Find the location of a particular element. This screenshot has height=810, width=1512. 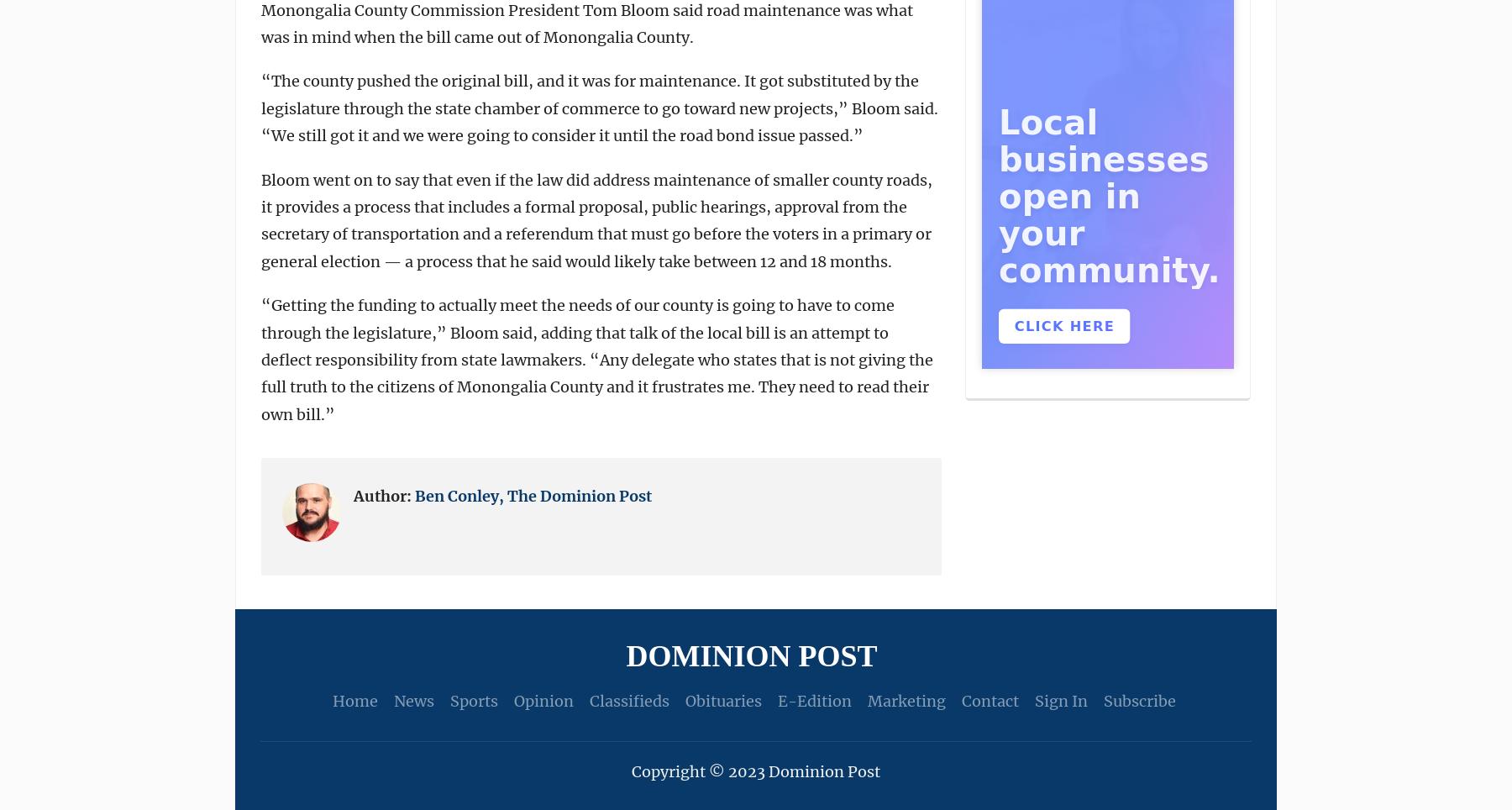

'Copyright © 2023 Dominion Post' is located at coordinates (631, 770).